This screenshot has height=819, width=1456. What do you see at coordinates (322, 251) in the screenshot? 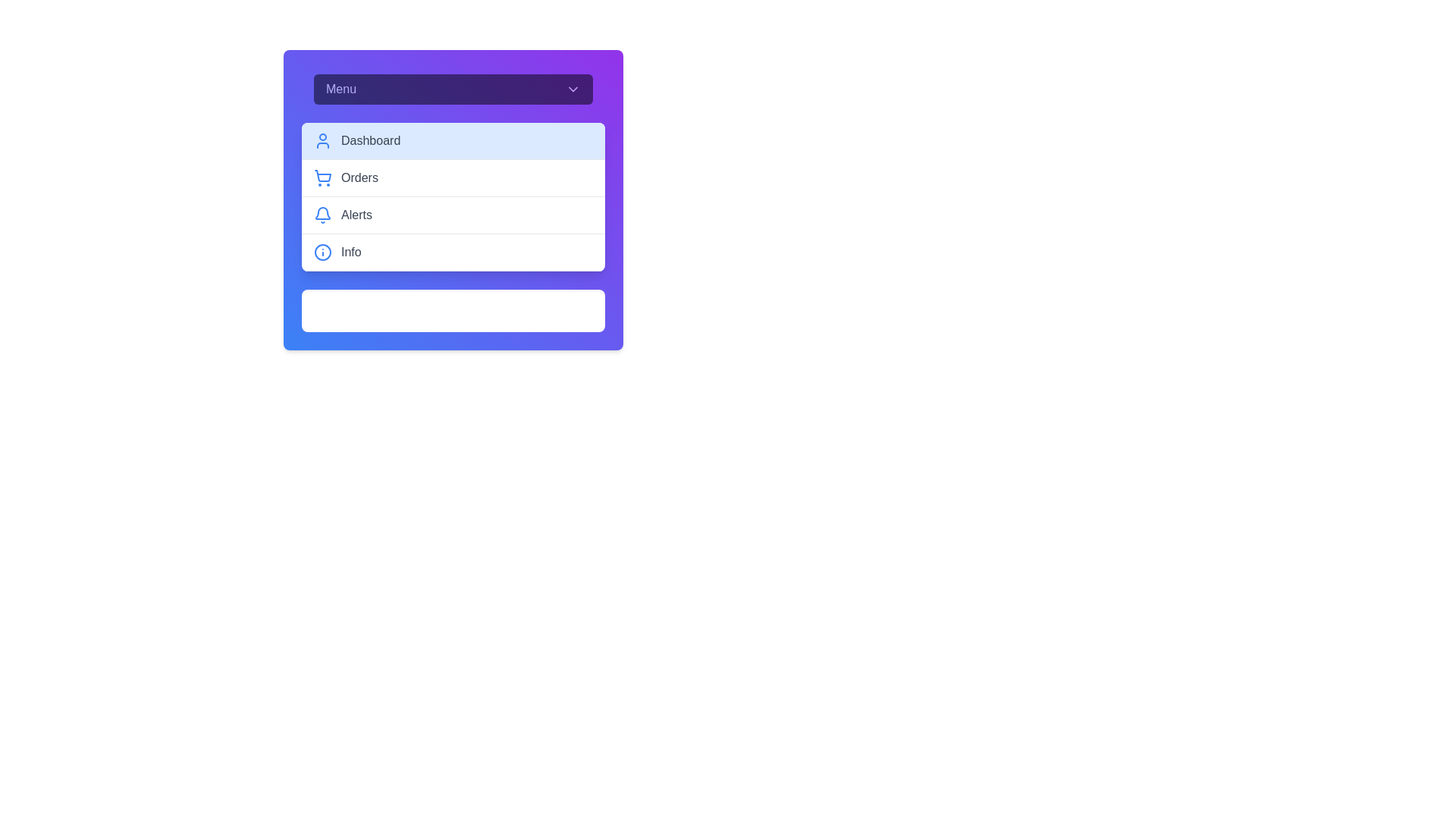
I see `the circular vector graphic element that is part of the information icon located to the left of the 'Info' text label in the vertical menu list` at bounding box center [322, 251].